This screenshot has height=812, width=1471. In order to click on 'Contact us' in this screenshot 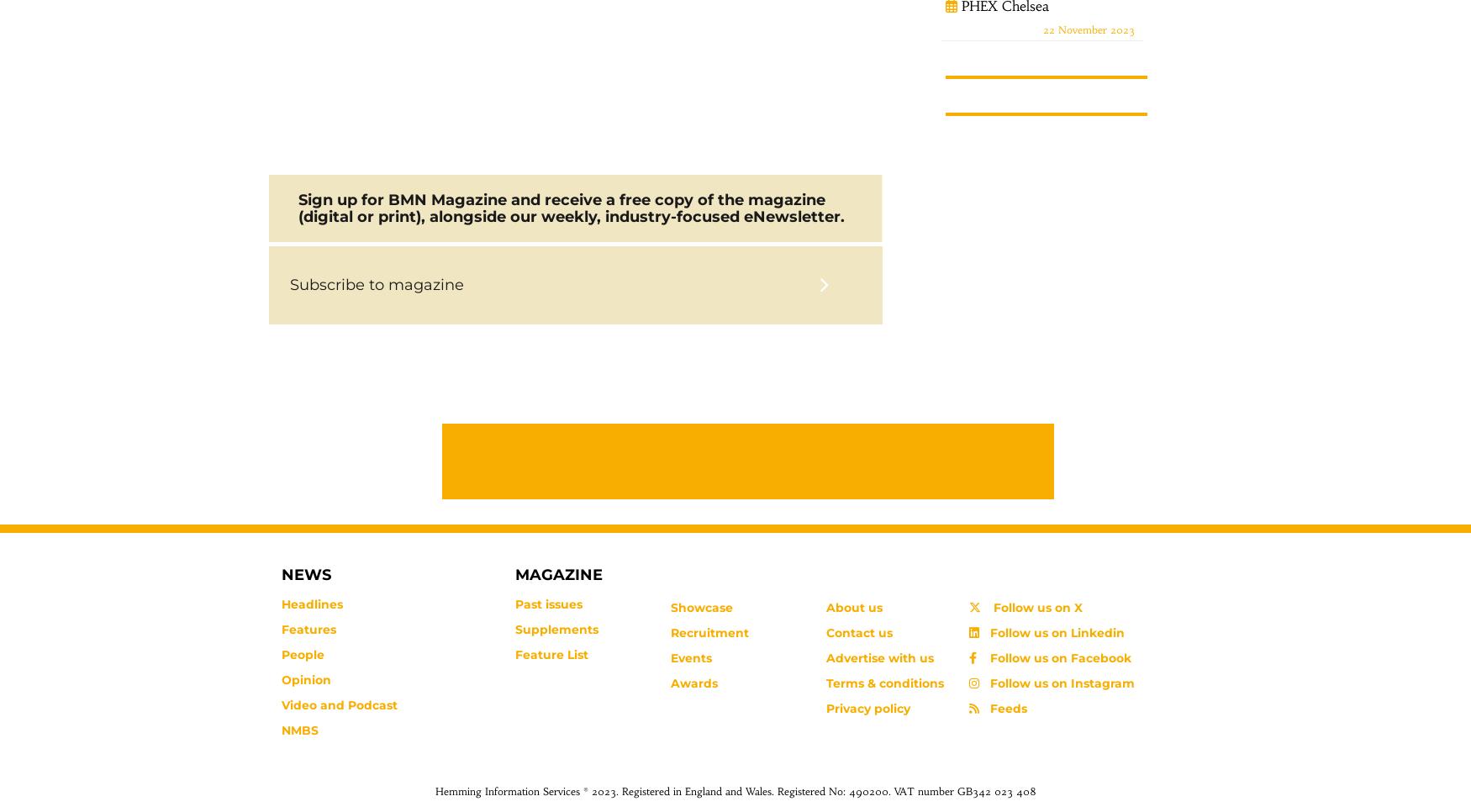, I will do `click(825, 632)`.